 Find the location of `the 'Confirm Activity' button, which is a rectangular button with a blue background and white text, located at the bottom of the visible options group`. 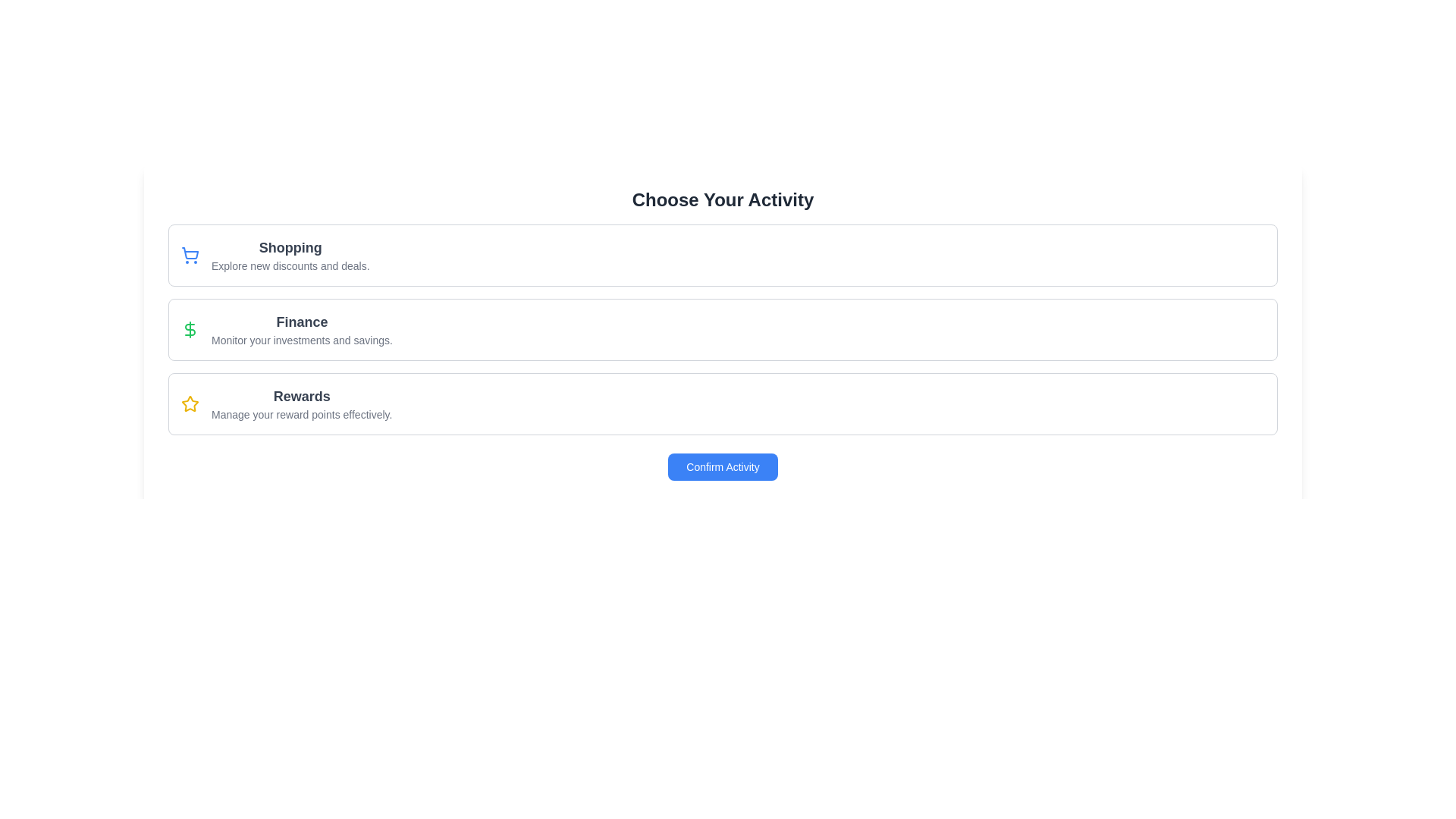

the 'Confirm Activity' button, which is a rectangular button with a blue background and white text, located at the bottom of the visible options group is located at coordinates (722, 466).